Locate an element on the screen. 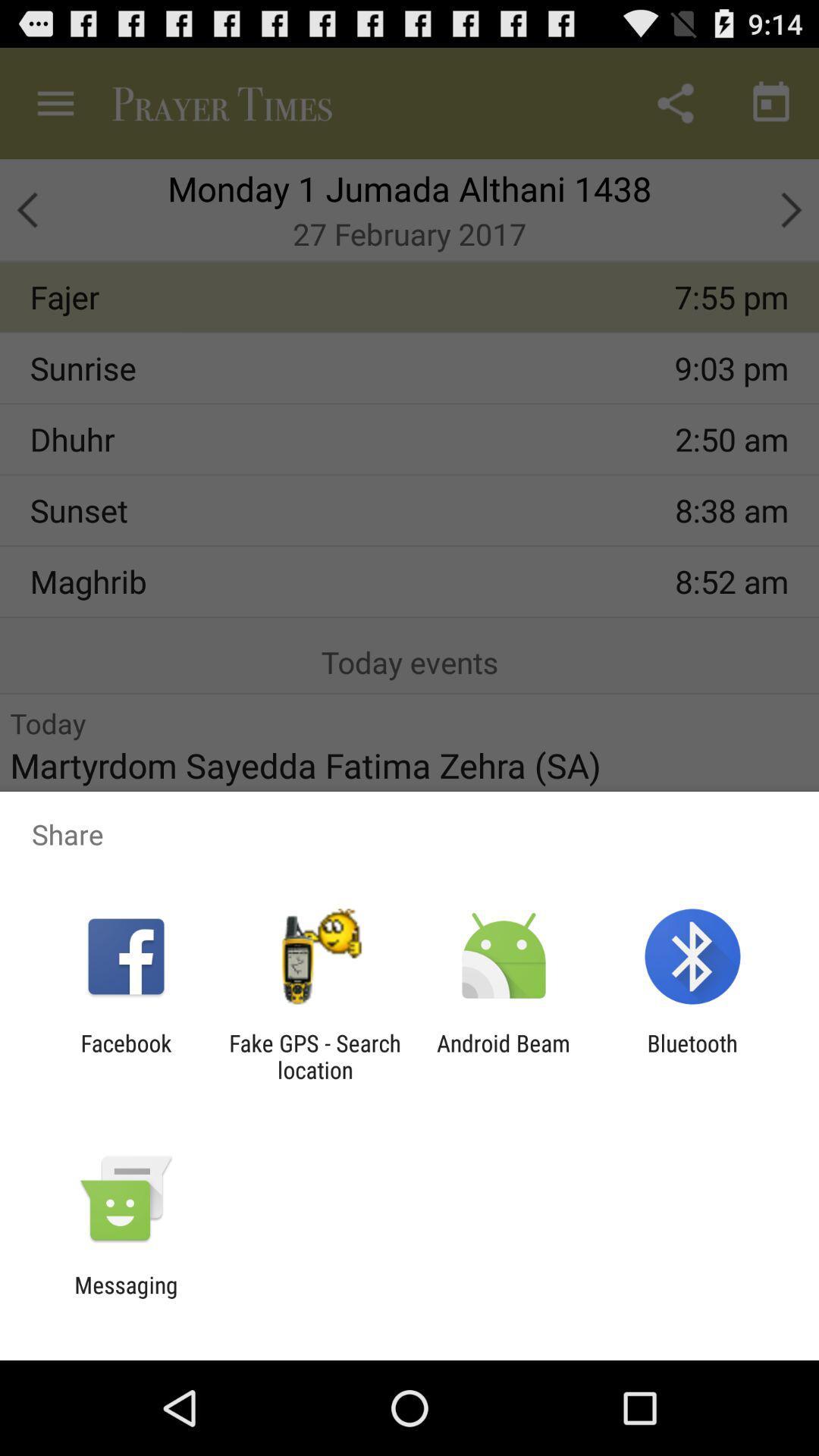 This screenshot has width=819, height=1456. messaging item is located at coordinates (125, 1298).